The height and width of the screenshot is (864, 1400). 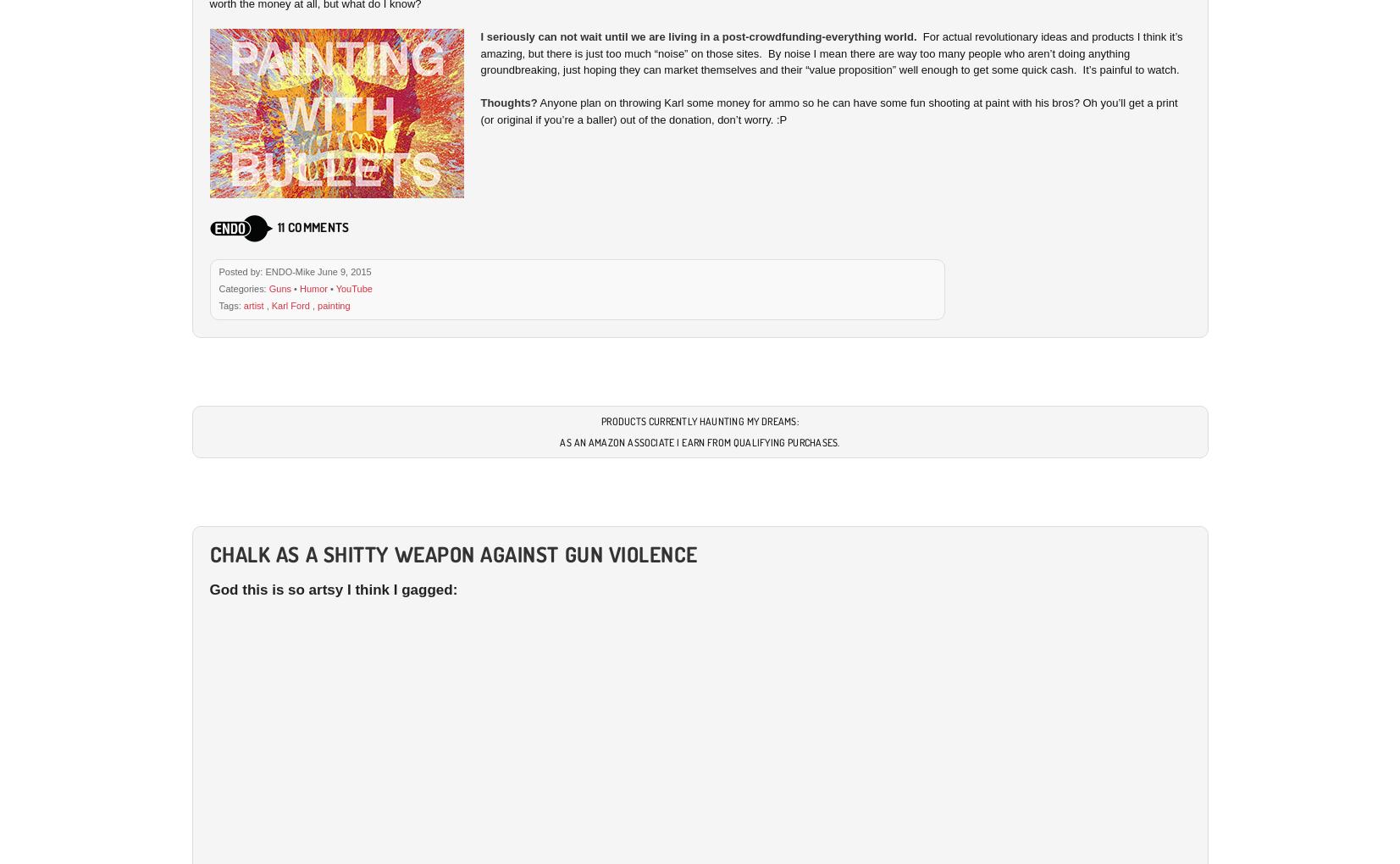 What do you see at coordinates (241, 303) in the screenshot?
I see `'artist'` at bounding box center [241, 303].